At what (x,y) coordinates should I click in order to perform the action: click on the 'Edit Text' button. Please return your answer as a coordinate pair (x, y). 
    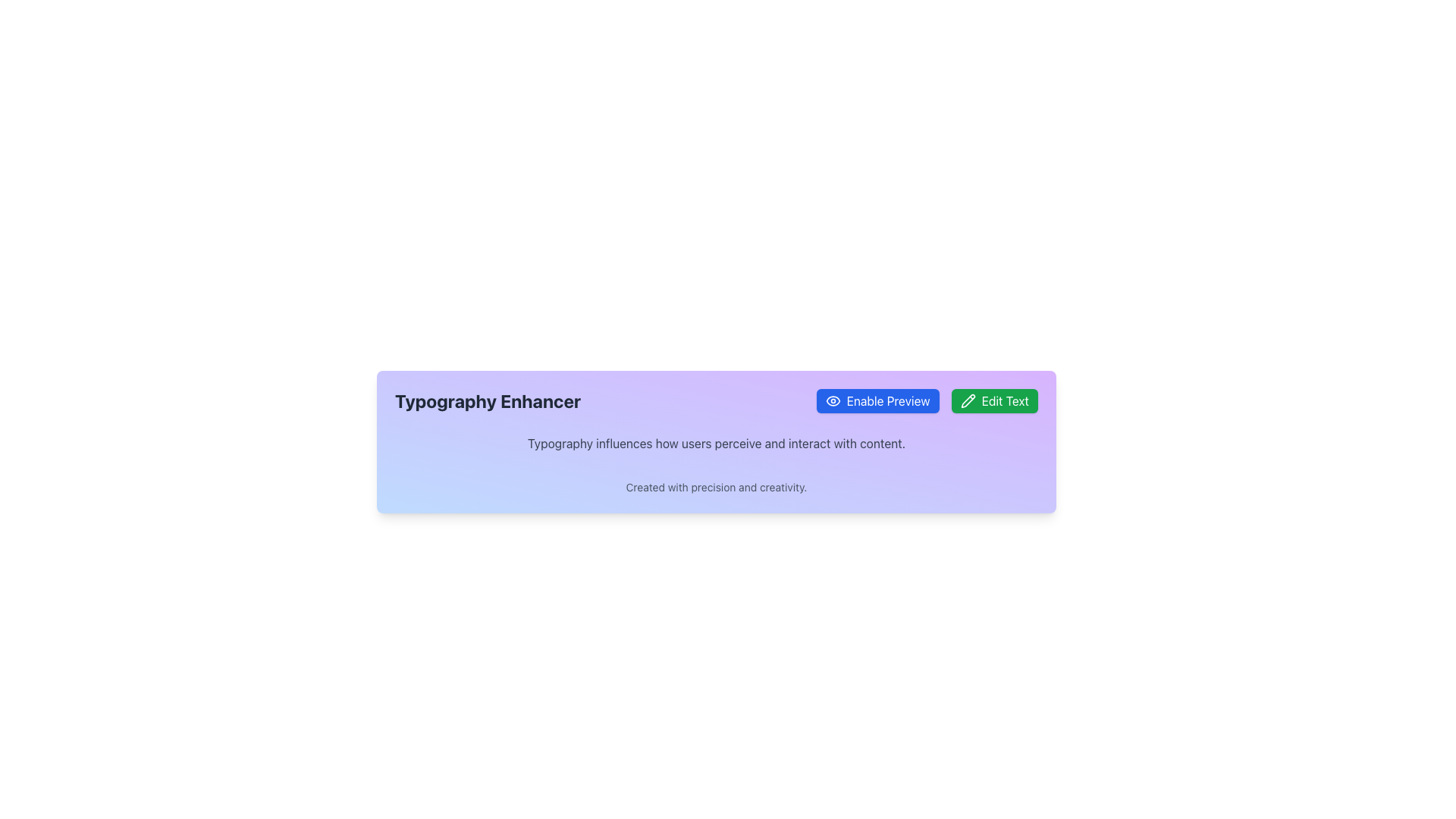
    Looking at the image, I should click on (967, 400).